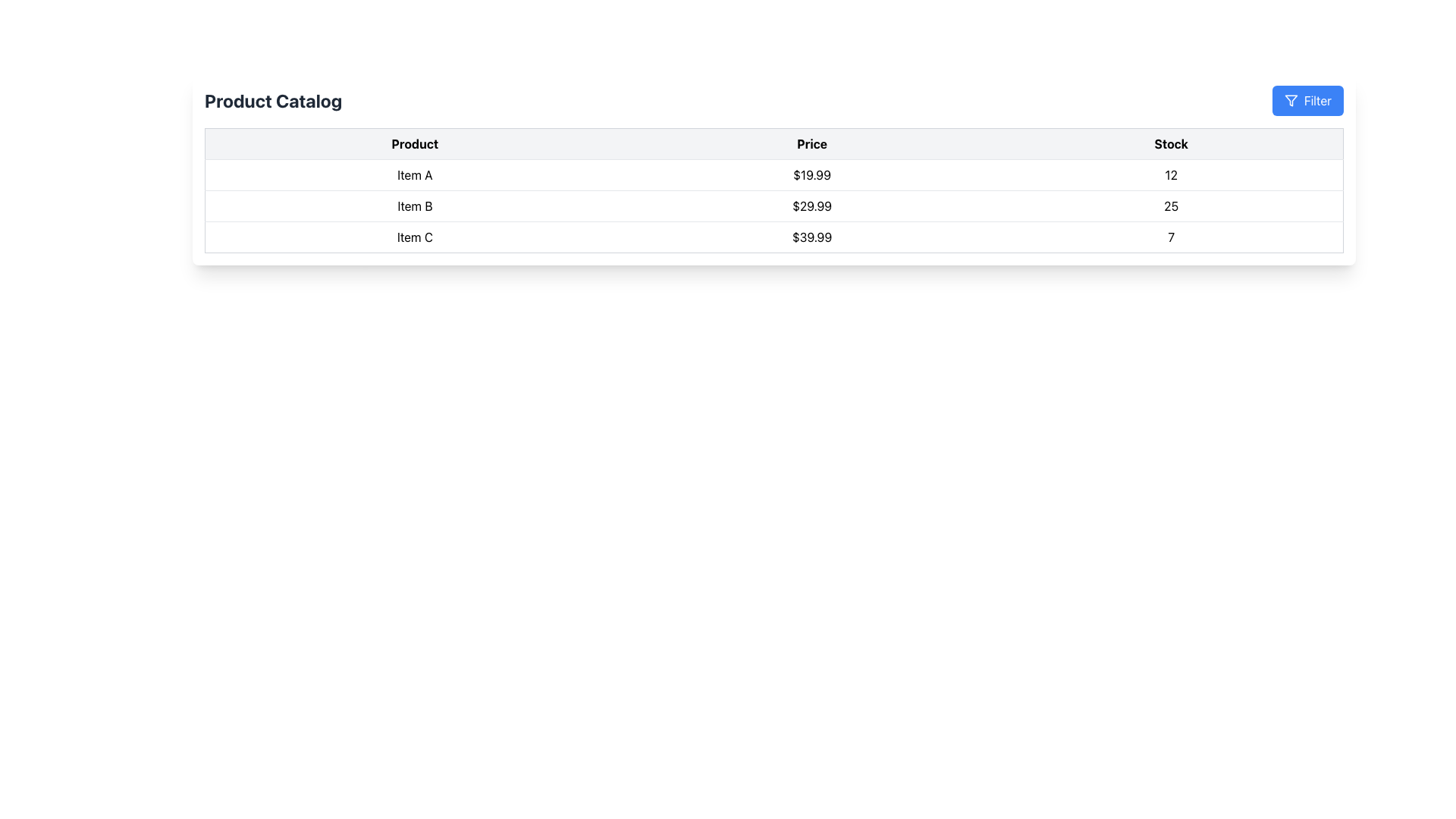 The height and width of the screenshot is (819, 1456). I want to click on the text label displaying 'Item A' in the first row of the product catalog table, located under the 'Product' column, so click(415, 174).